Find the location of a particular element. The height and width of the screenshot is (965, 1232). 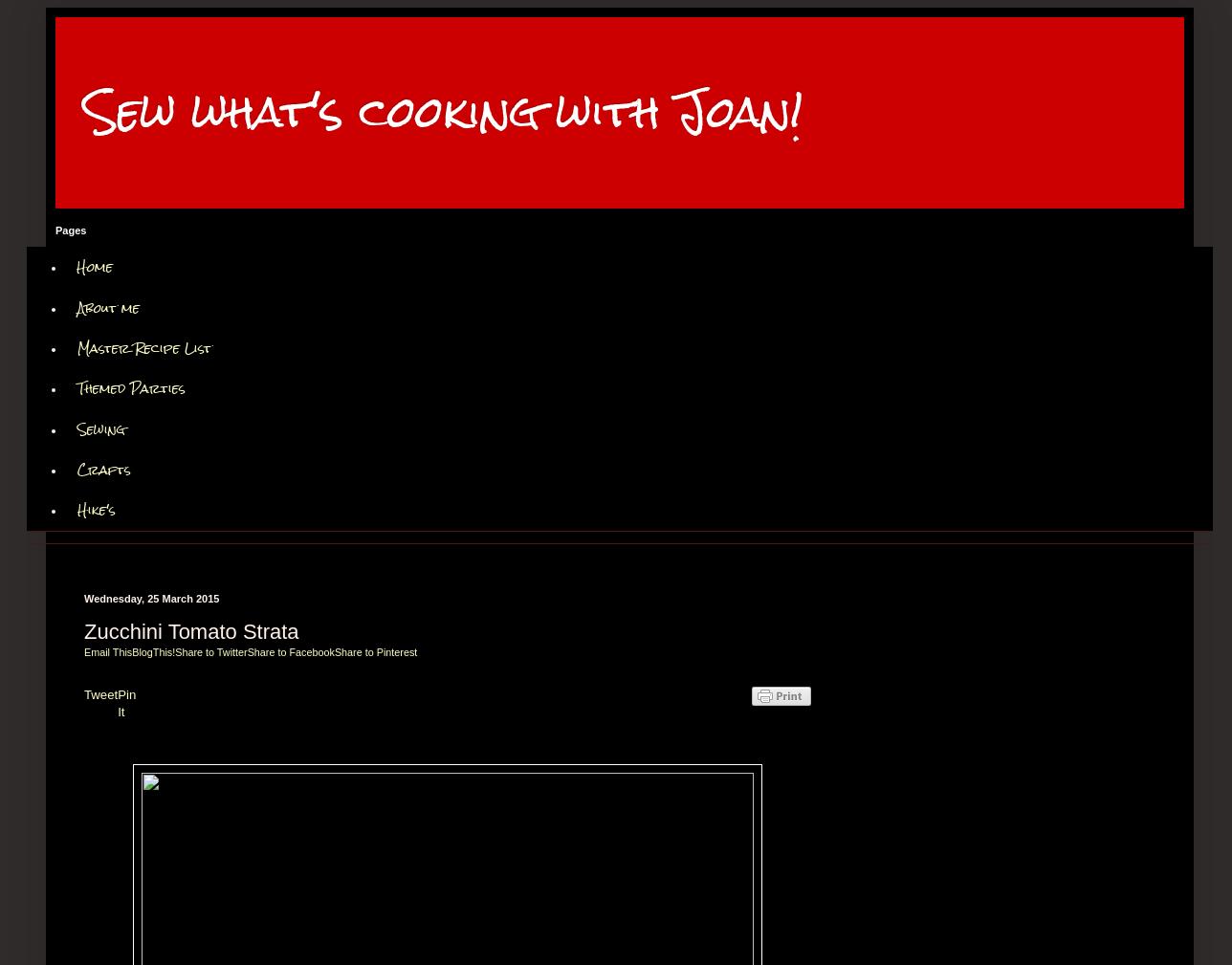

'Share to Twitter' is located at coordinates (210, 651).